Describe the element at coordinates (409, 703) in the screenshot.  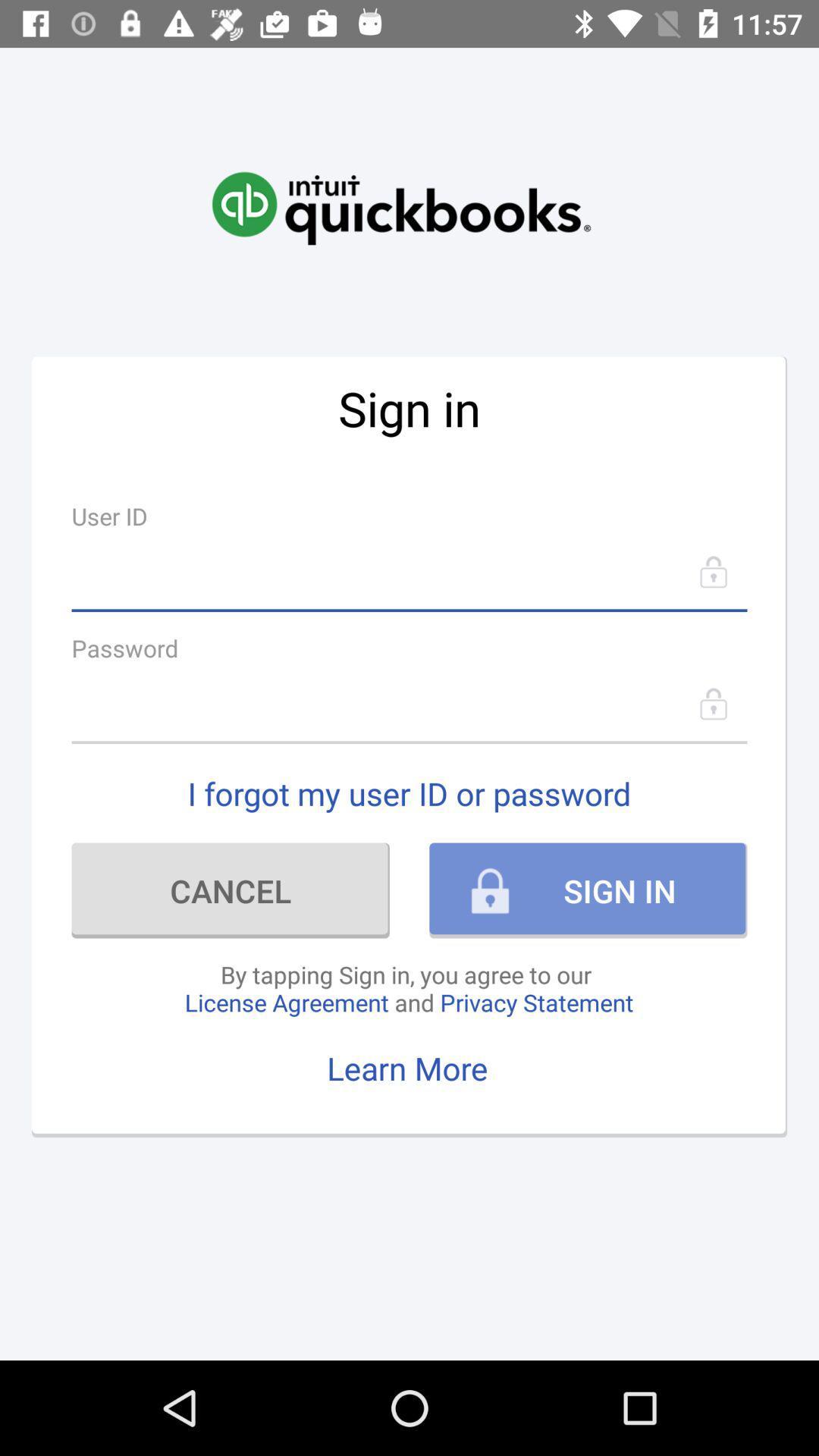
I see `the item below password icon` at that location.